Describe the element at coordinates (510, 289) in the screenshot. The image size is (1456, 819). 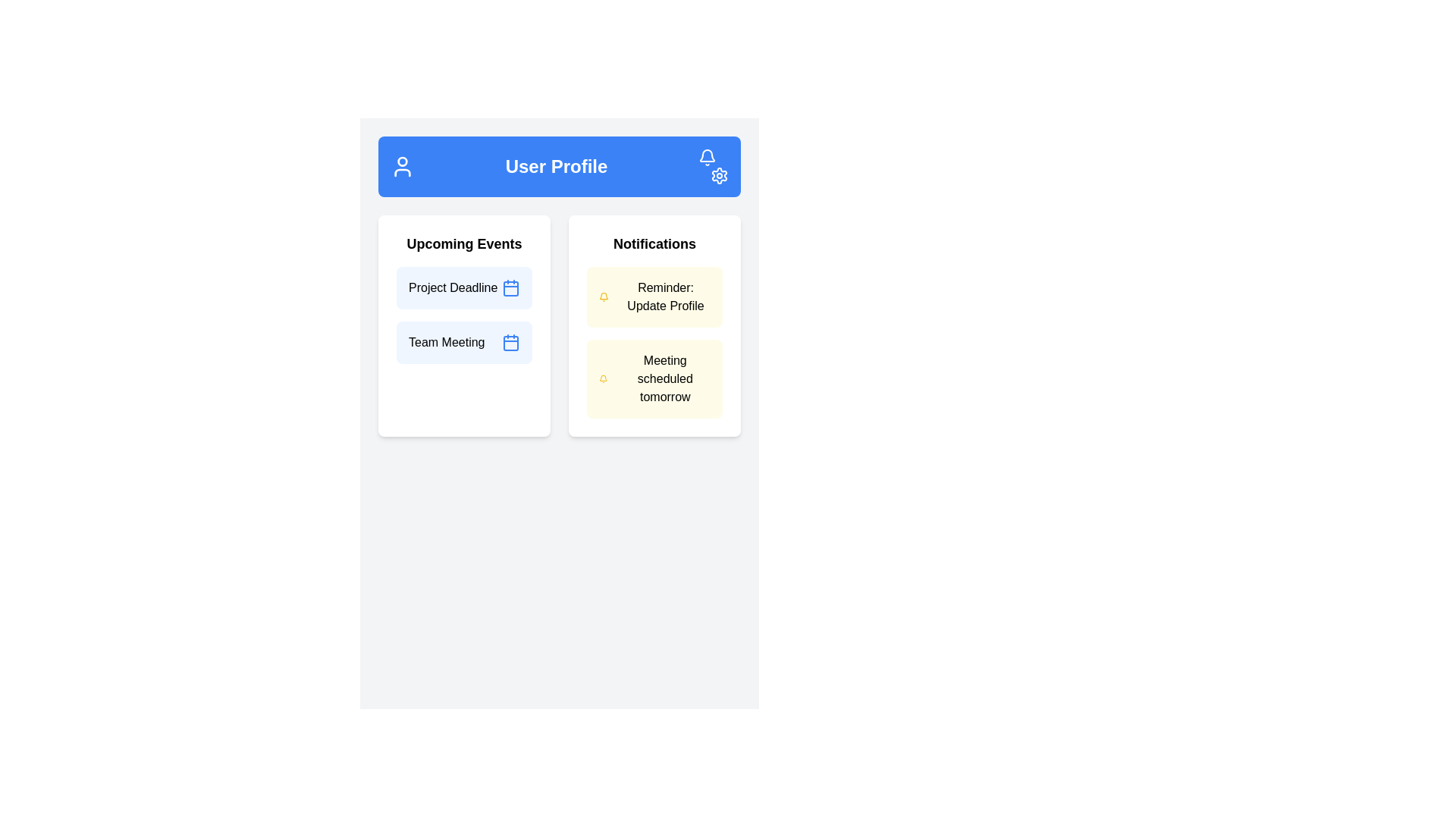
I see `the light blue rectangular calendar date cell located near the bottom-right corner inside the calendar icon, adjacent to the 'Project Deadline' text in the 'Upcoming Events' section` at that location.